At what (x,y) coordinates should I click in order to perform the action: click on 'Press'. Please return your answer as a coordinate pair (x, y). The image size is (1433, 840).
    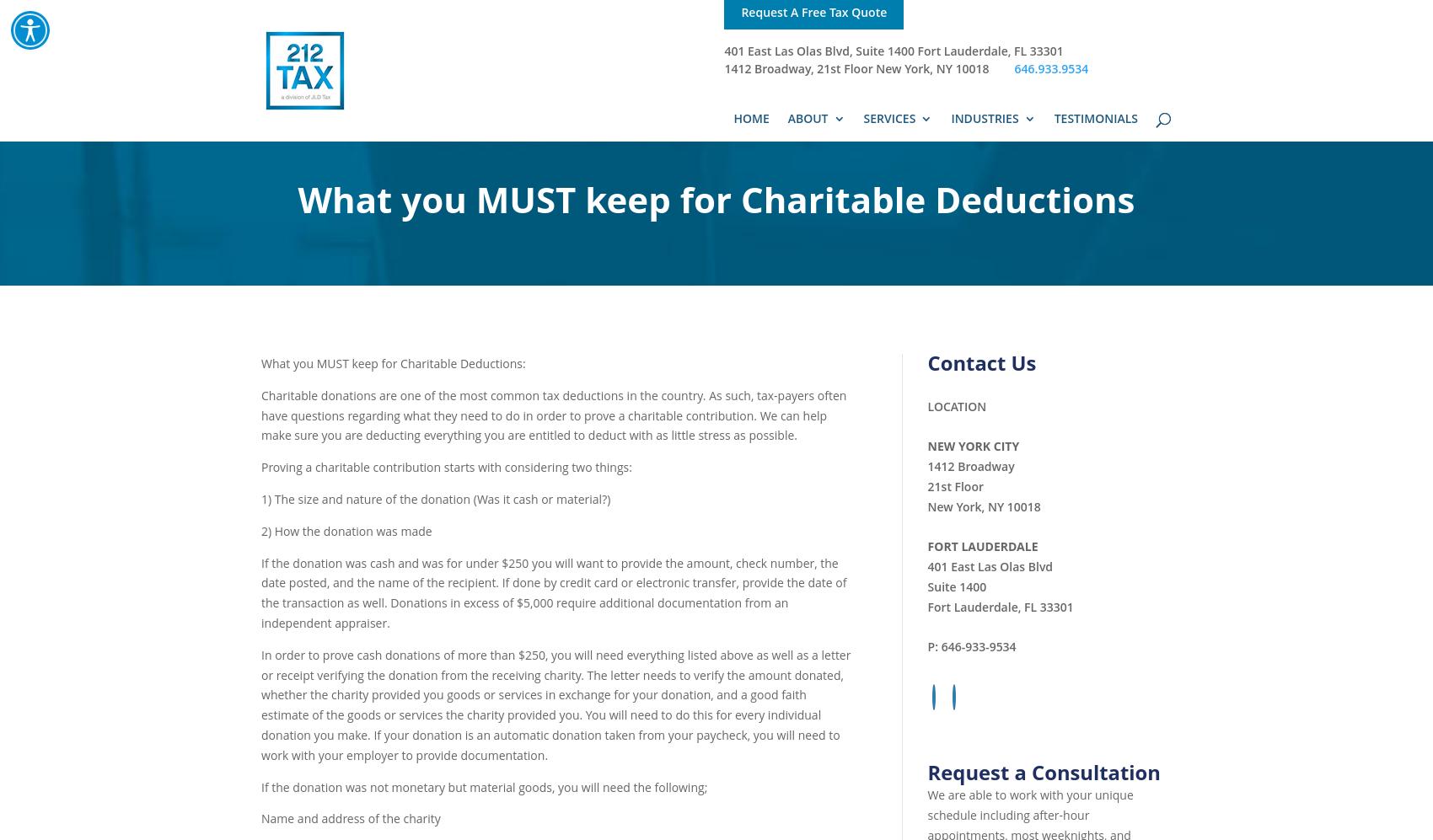
    Looking at the image, I should click on (835, 201).